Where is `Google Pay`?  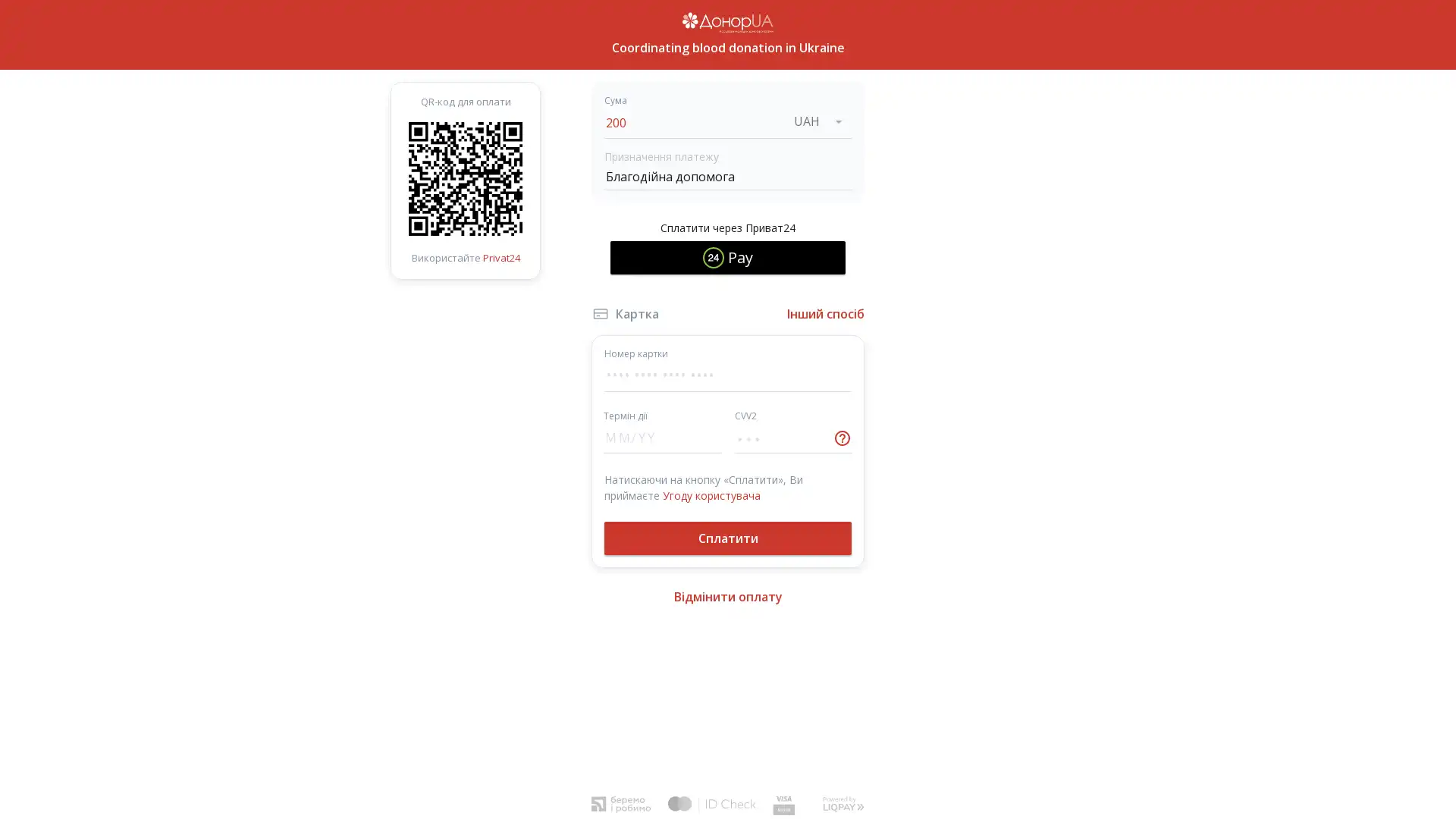
Google Pay is located at coordinates (728, 303).